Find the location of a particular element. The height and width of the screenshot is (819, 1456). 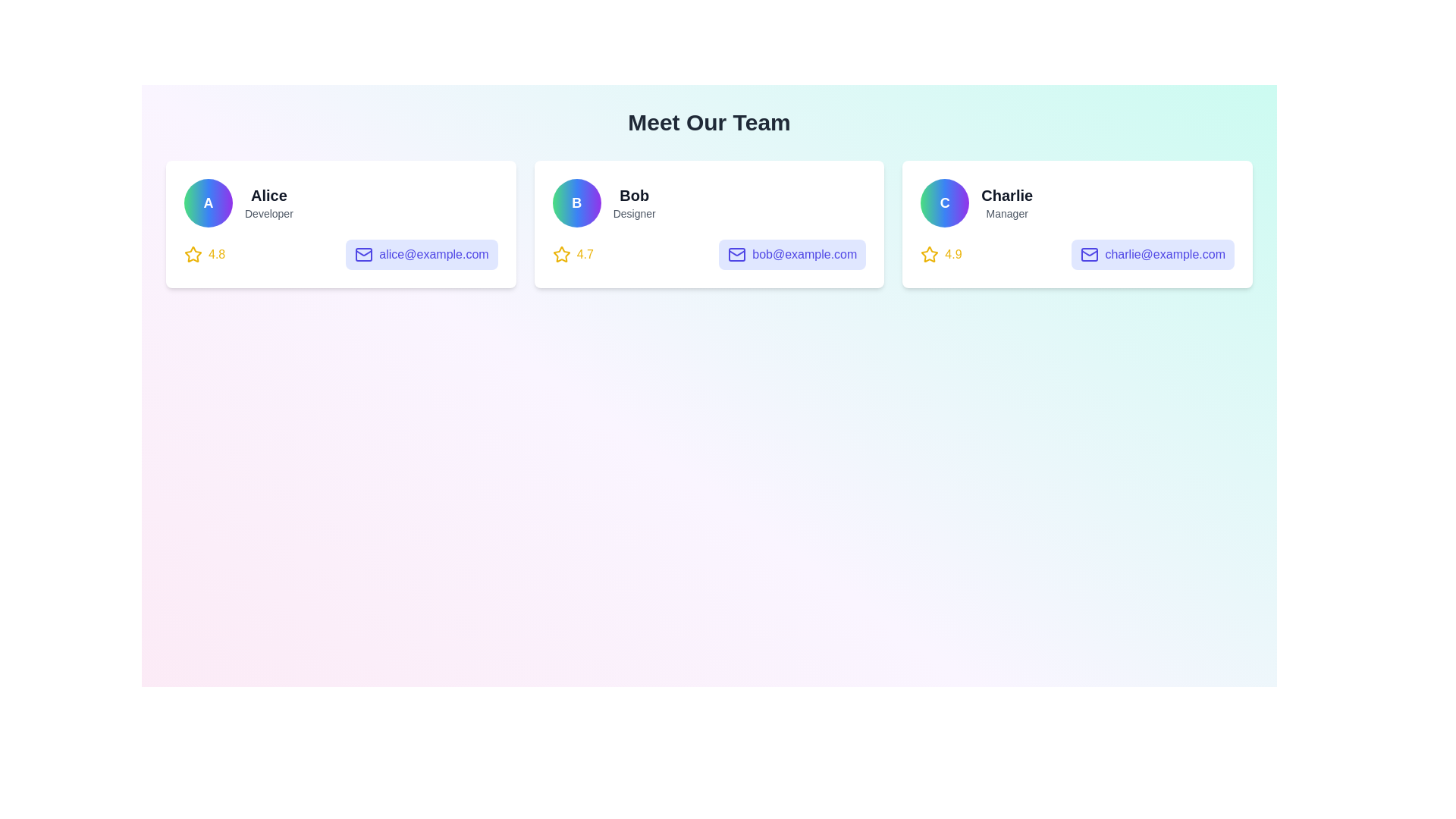

the 'Developer' text label, which is located in the lower section of the card is located at coordinates (268, 213).